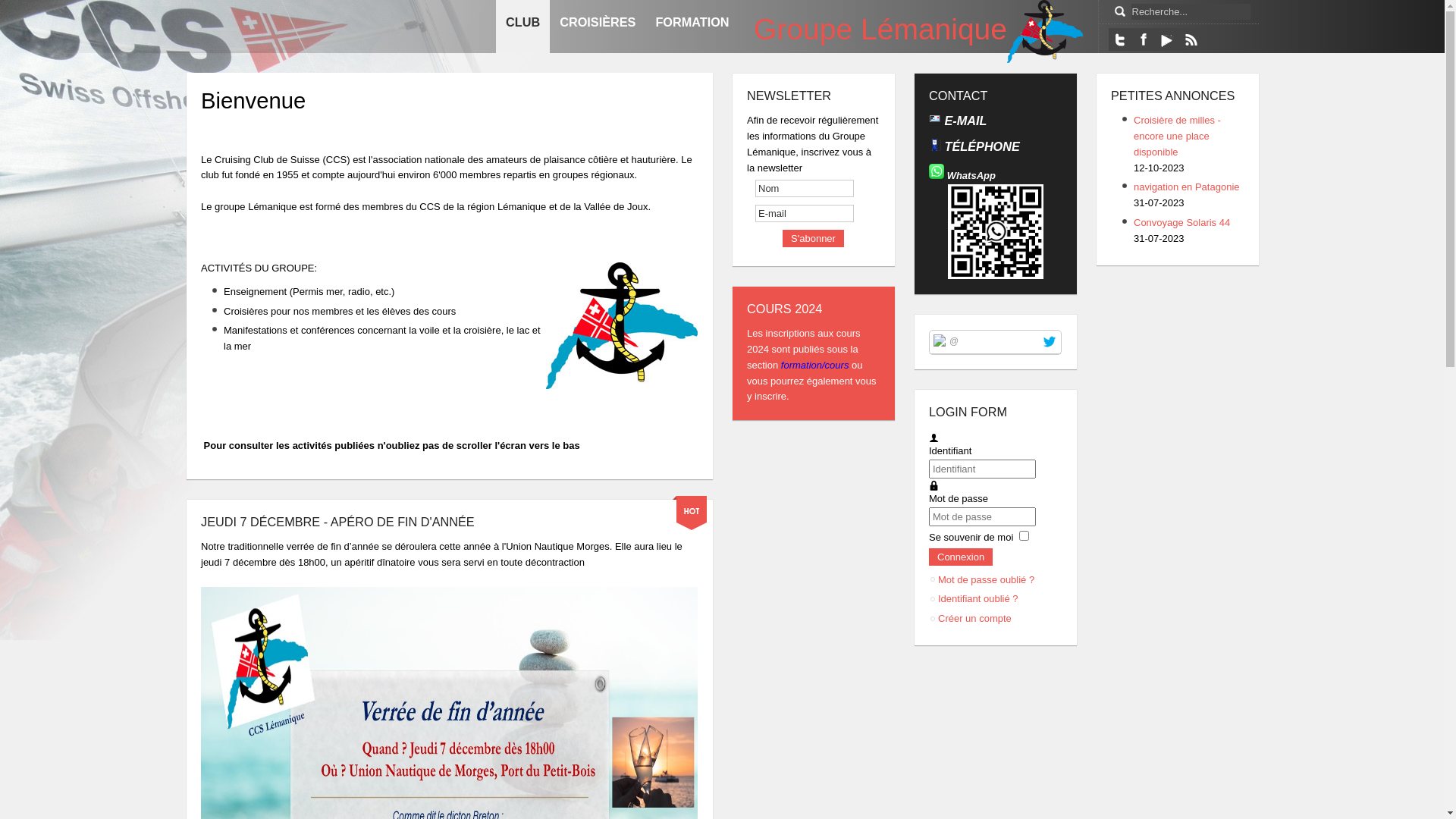 The width and height of the screenshot is (1456, 819). I want to click on 'navigation en Patagonie', so click(1185, 186).